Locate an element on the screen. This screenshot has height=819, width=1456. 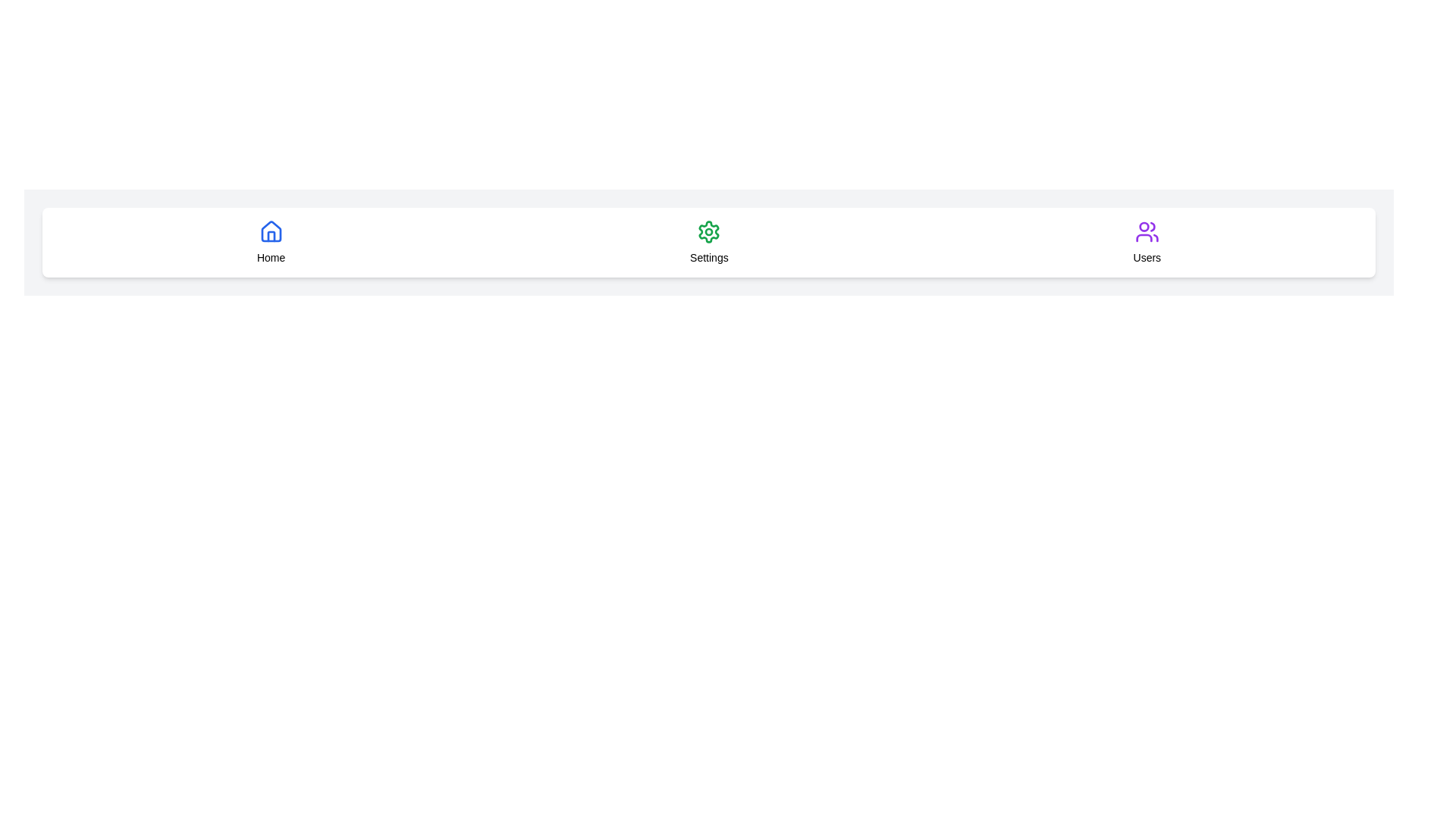
the navigation item on the far right of the horizontal bar is located at coordinates (1147, 242).